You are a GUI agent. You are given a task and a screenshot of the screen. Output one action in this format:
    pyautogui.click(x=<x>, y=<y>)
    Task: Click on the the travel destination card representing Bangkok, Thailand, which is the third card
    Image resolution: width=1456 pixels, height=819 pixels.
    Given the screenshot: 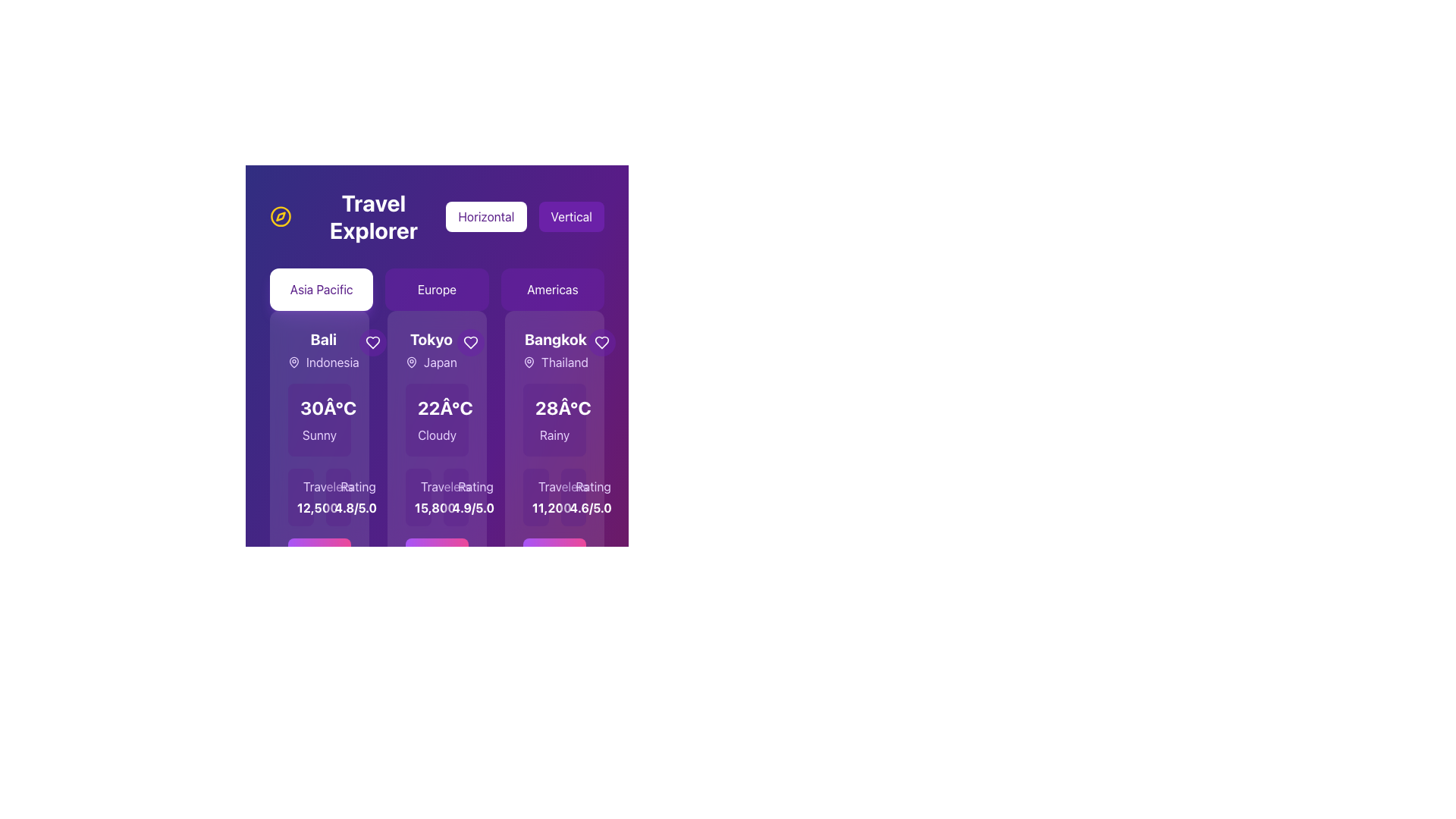 What is the action you would take?
    pyautogui.click(x=554, y=460)
    